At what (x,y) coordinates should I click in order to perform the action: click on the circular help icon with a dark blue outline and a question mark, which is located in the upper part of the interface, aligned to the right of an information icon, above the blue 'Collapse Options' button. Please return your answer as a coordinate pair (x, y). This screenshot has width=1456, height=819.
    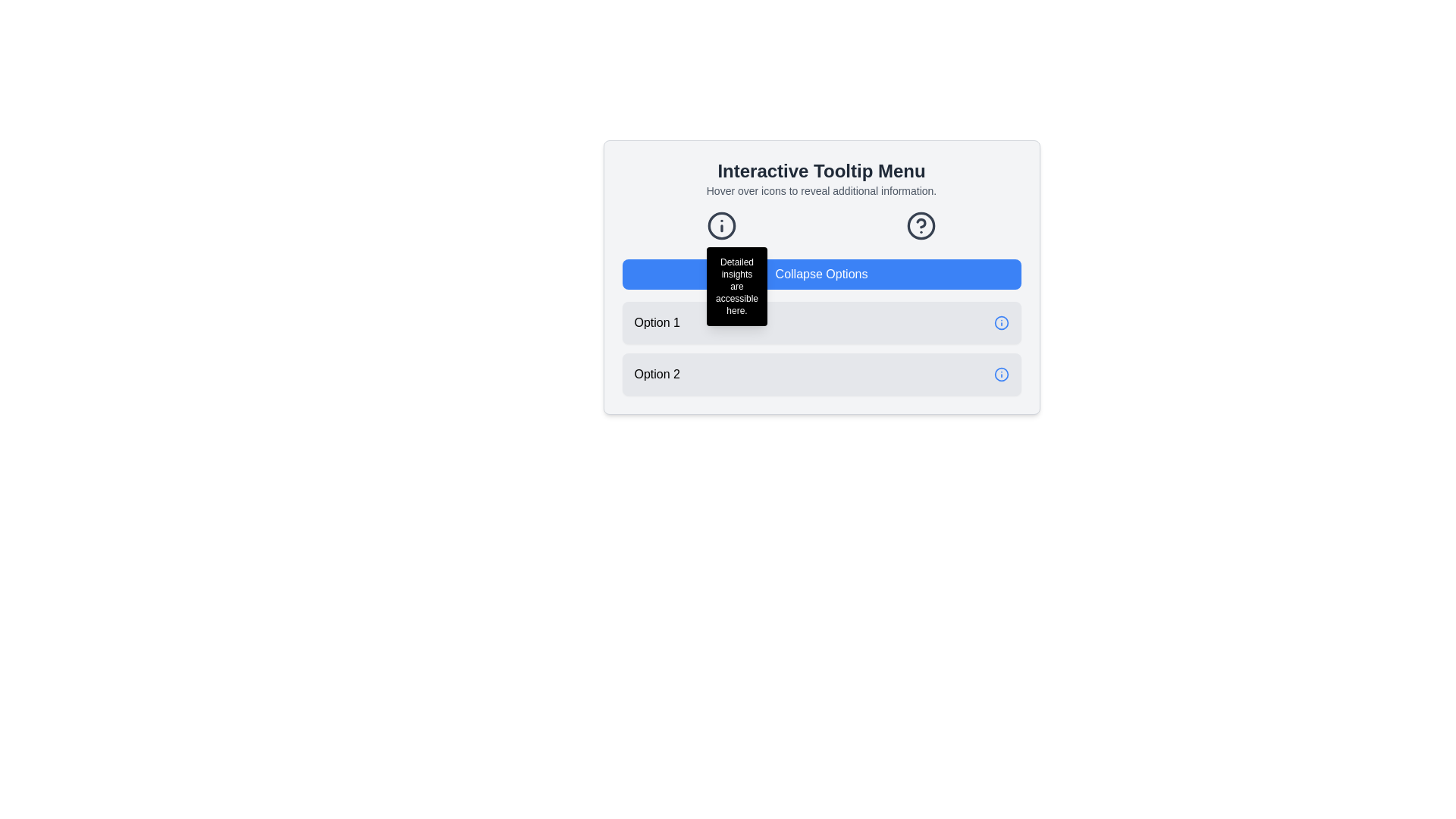
    Looking at the image, I should click on (920, 225).